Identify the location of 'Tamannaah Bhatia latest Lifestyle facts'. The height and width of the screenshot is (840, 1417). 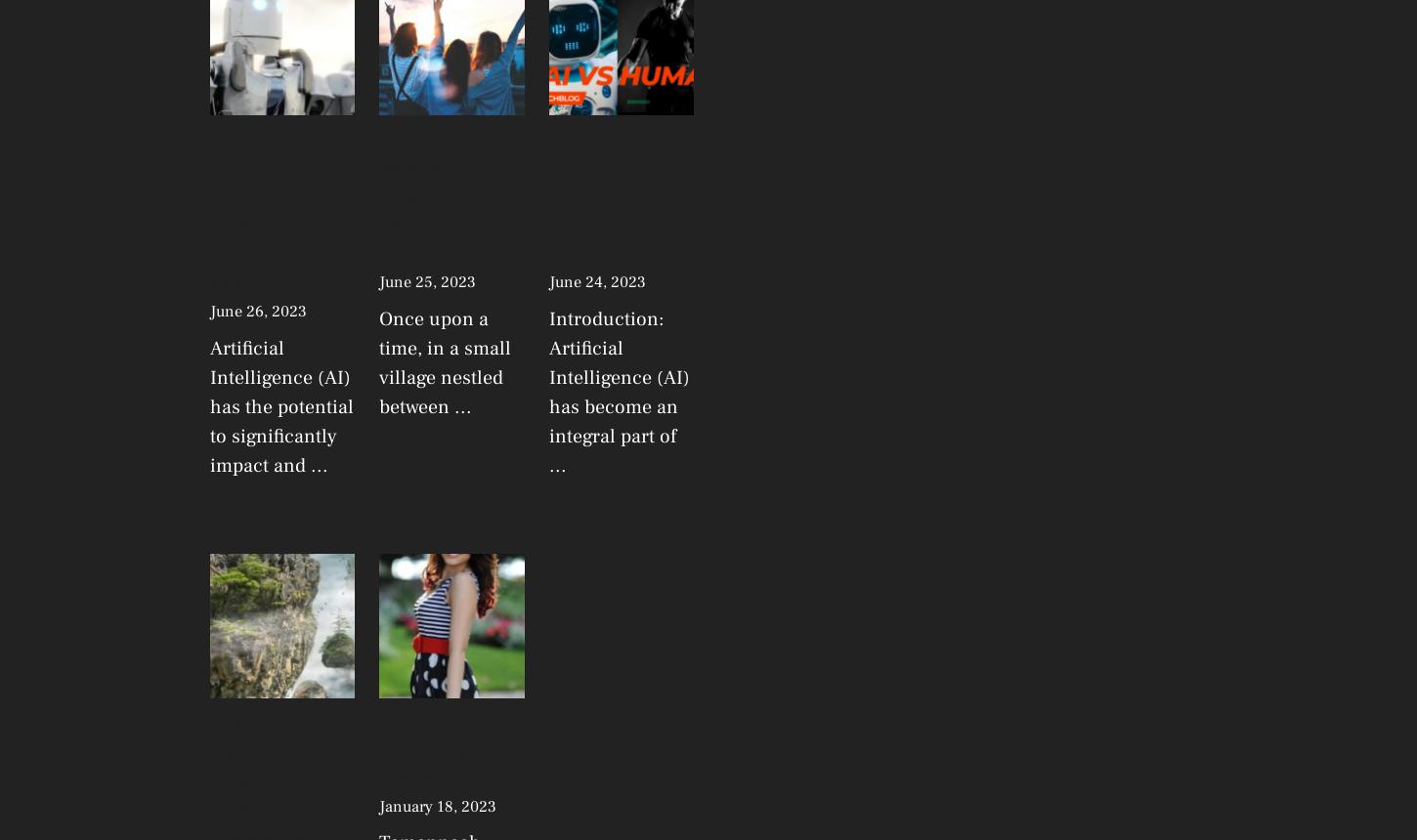
(437, 751).